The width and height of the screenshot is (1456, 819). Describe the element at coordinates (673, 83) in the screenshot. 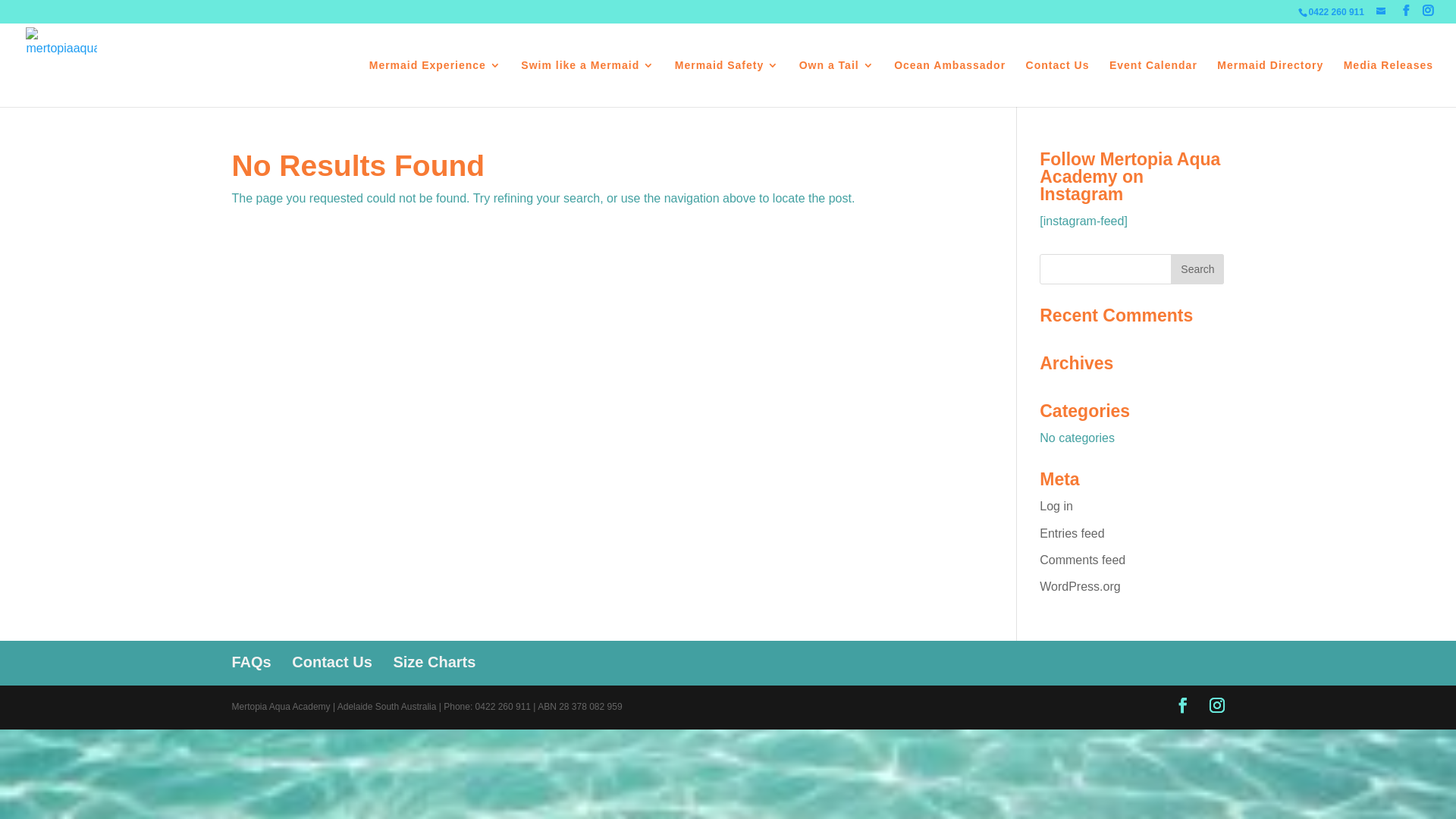

I see `'Mermaid Safety'` at that location.